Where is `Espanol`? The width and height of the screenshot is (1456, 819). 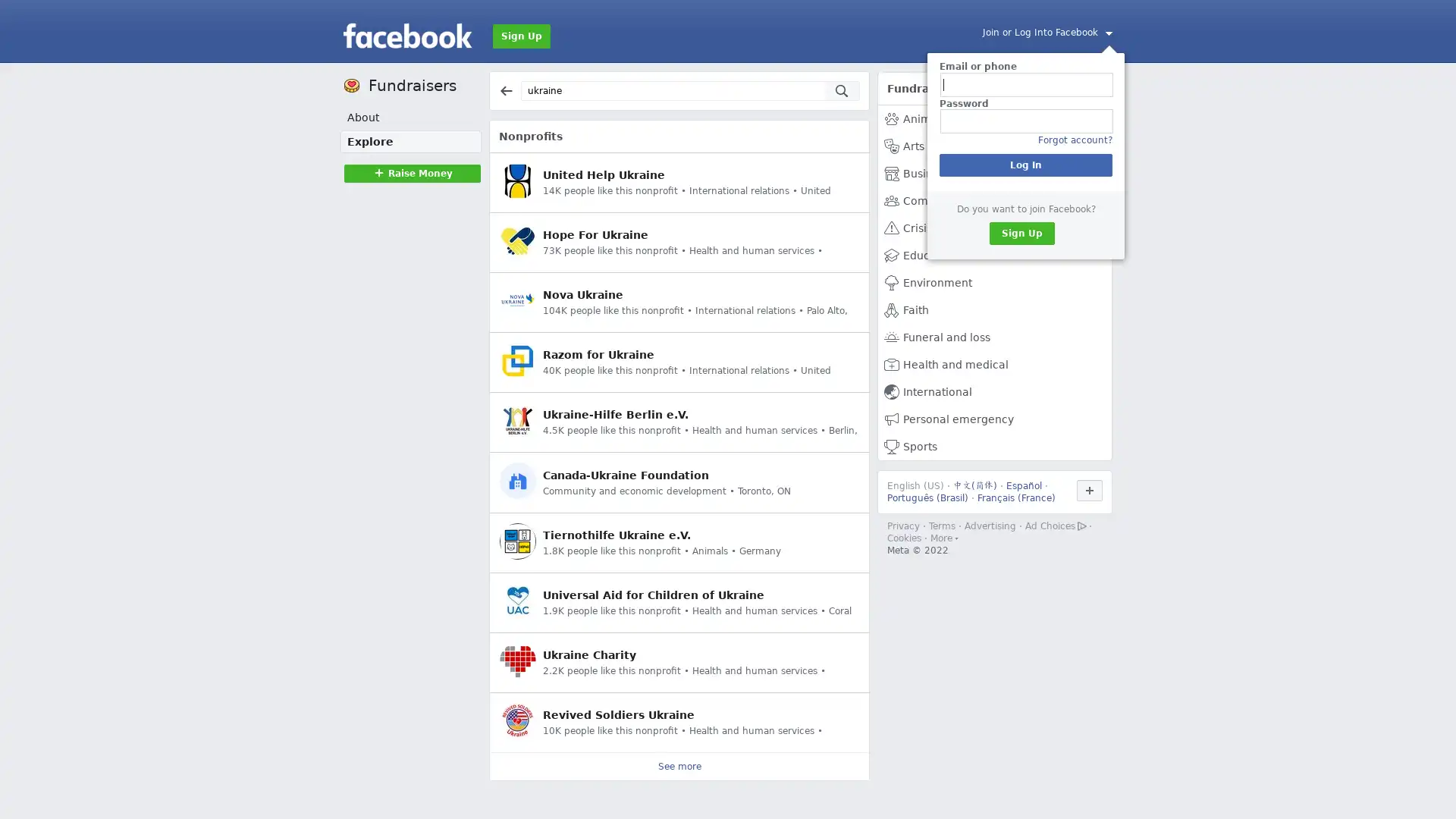 Espanol is located at coordinates (1024, 485).